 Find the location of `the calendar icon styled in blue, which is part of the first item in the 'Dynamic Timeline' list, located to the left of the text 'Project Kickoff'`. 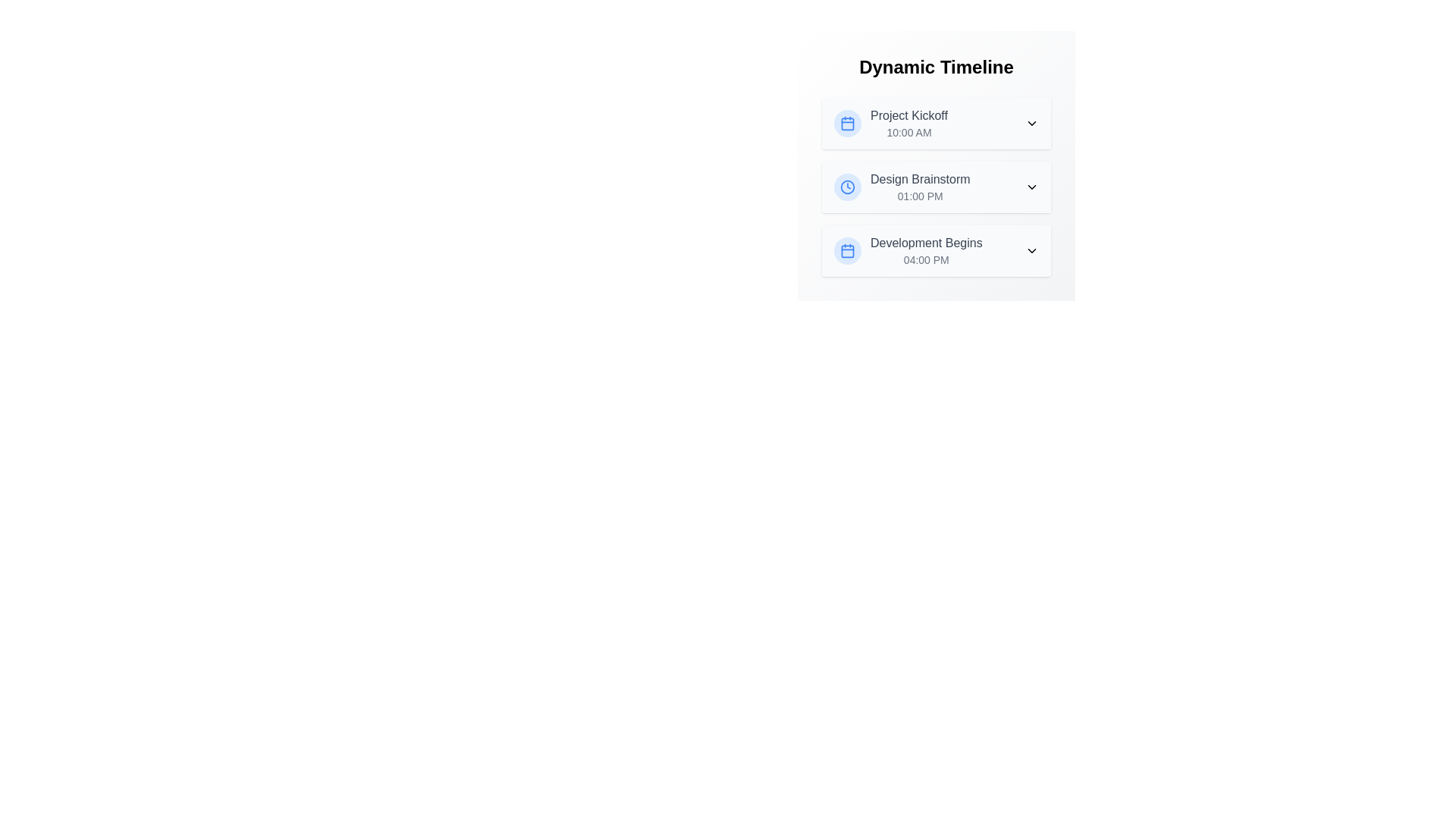

the calendar icon styled in blue, which is part of the first item in the 'Dynamic Timeline' list, located to the left of the text 'Project Kickoff' is located at coordinates (847, 122).